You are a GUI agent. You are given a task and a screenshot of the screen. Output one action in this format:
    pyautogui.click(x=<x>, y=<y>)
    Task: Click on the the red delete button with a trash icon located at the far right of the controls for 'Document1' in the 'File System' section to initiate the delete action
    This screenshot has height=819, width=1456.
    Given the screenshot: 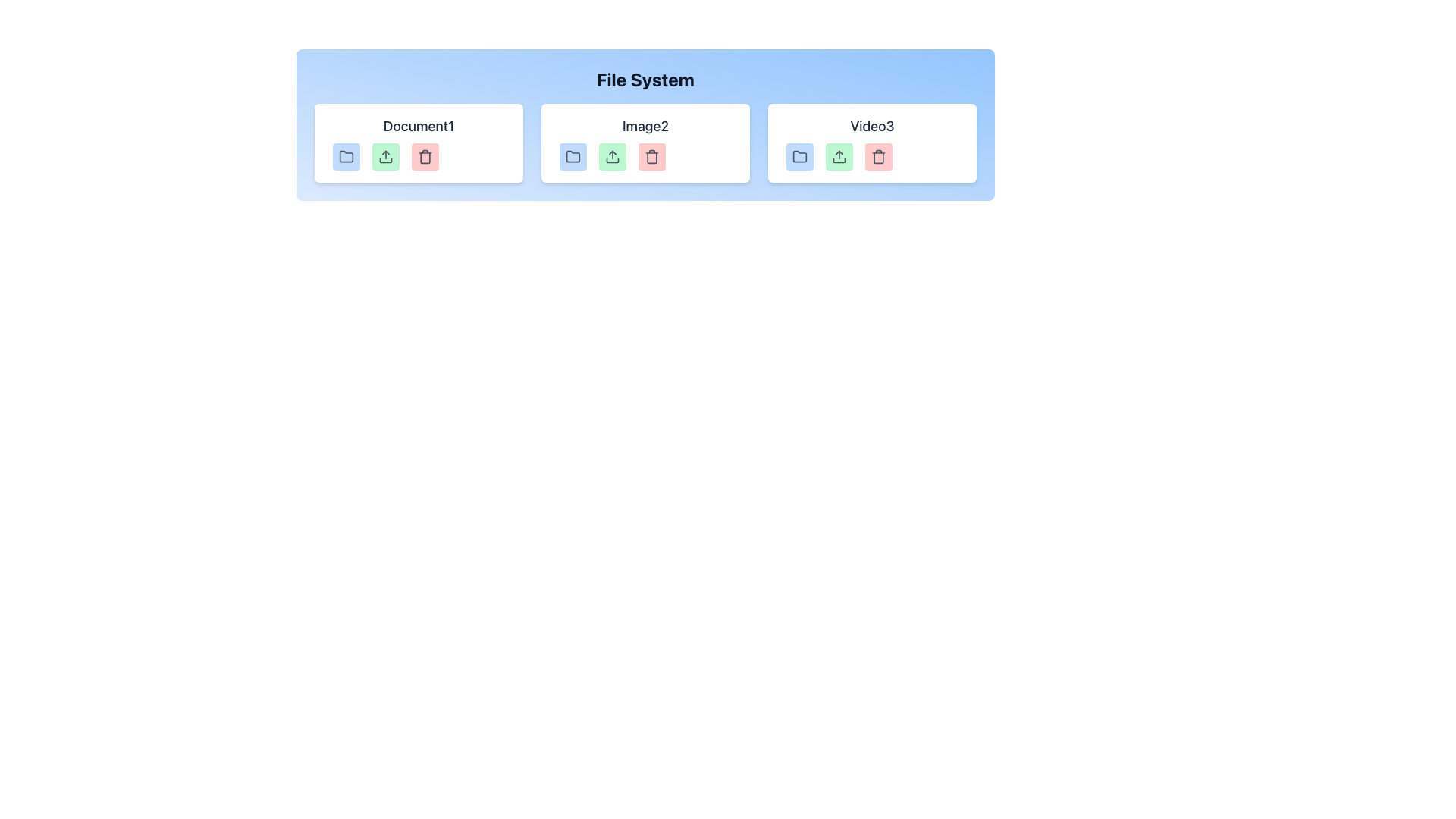 What is the action you would take?
    pyautogui.click(x=425, y=157)
    